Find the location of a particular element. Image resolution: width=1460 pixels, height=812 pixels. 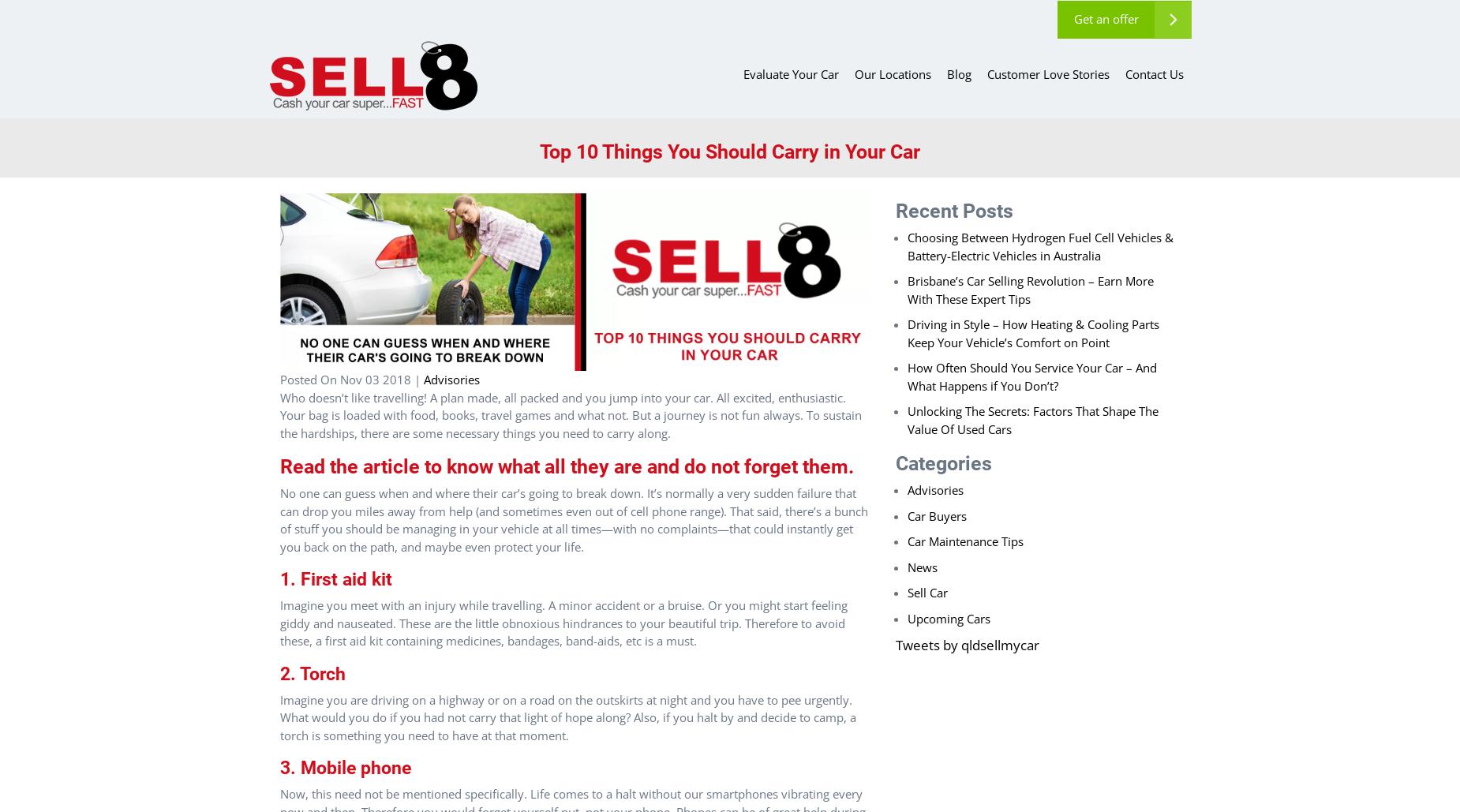

'Contact Us' is located at coordinates (1125, 73).